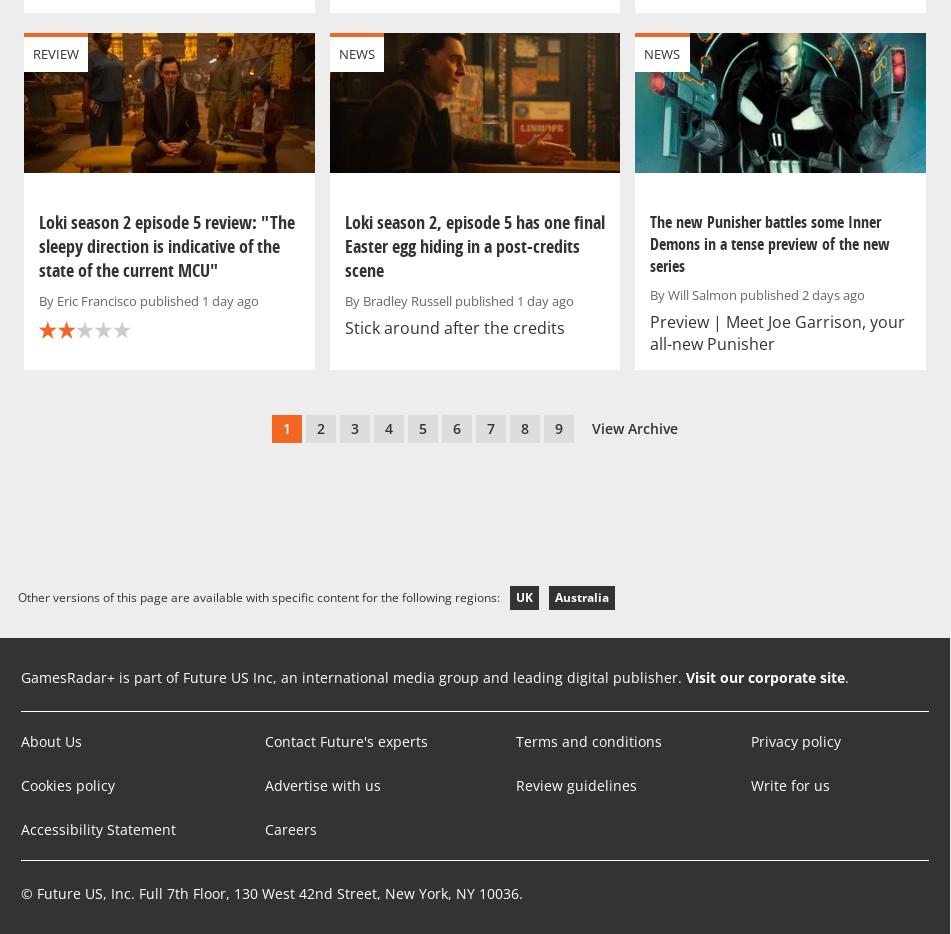 This screenshot has height=934, width=951. Describe the element at coordinates (320, 428) in the screenshot. I see `'2'` at that location.